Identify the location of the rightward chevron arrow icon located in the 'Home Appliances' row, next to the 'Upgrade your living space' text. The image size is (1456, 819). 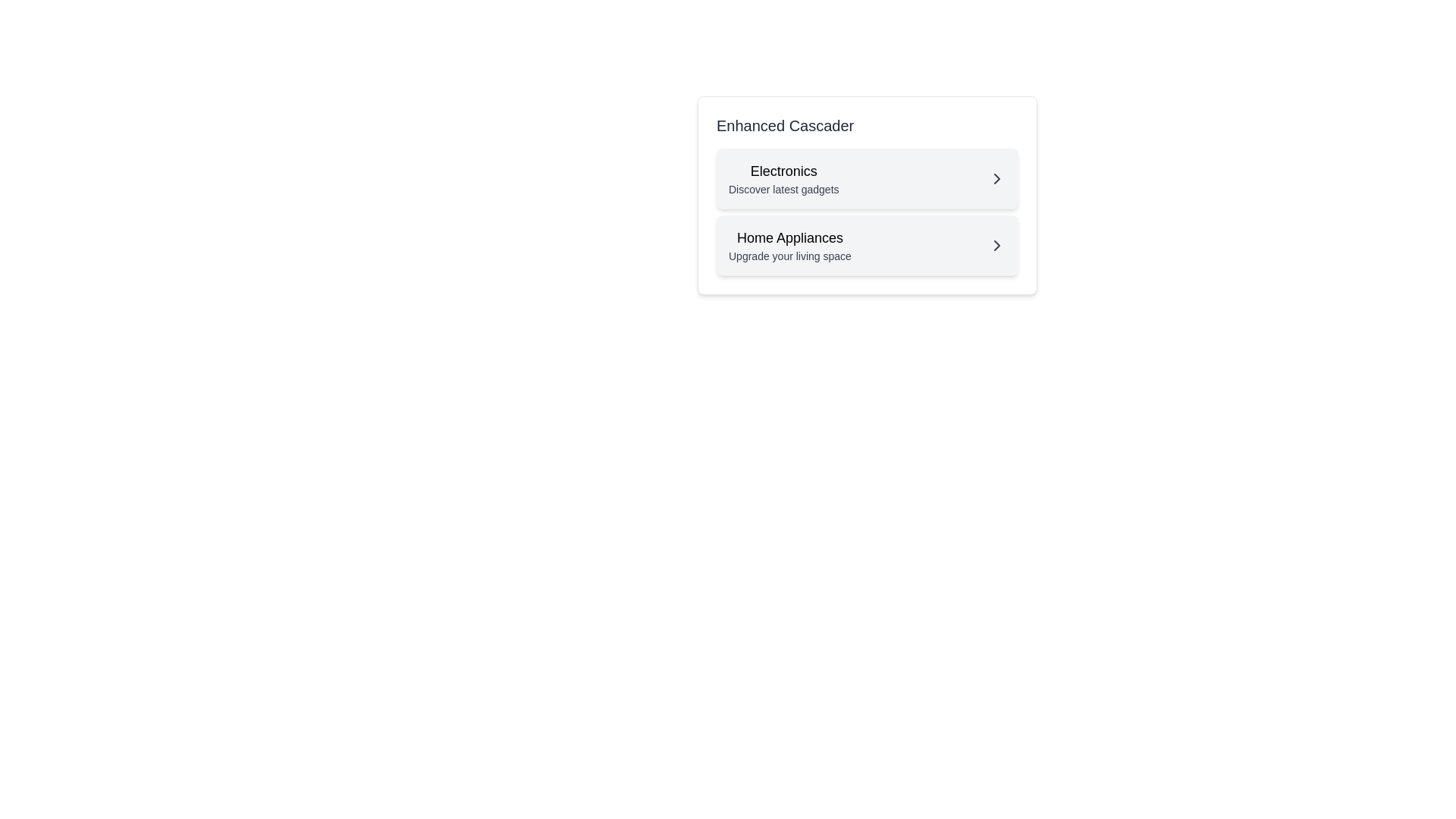
(997, 245).